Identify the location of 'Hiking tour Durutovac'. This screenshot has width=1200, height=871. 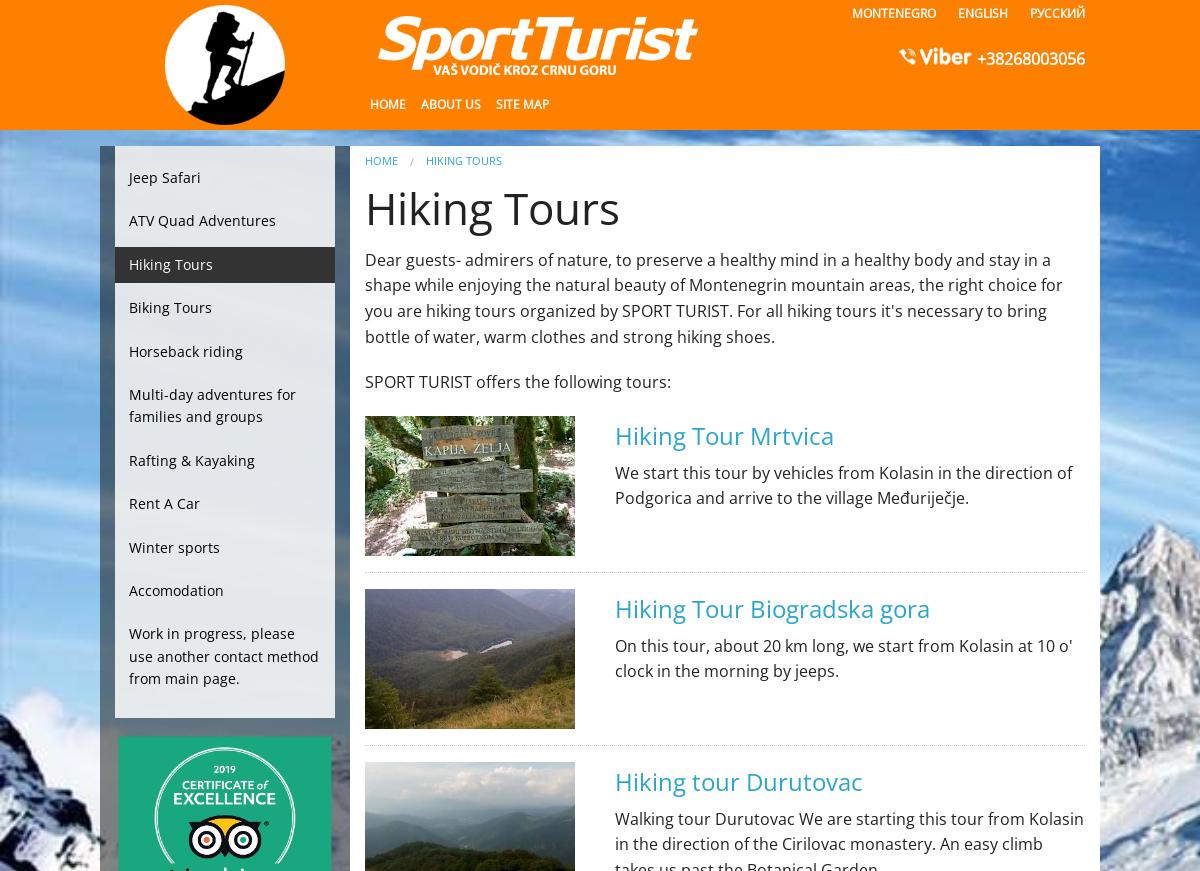
(738, 780).